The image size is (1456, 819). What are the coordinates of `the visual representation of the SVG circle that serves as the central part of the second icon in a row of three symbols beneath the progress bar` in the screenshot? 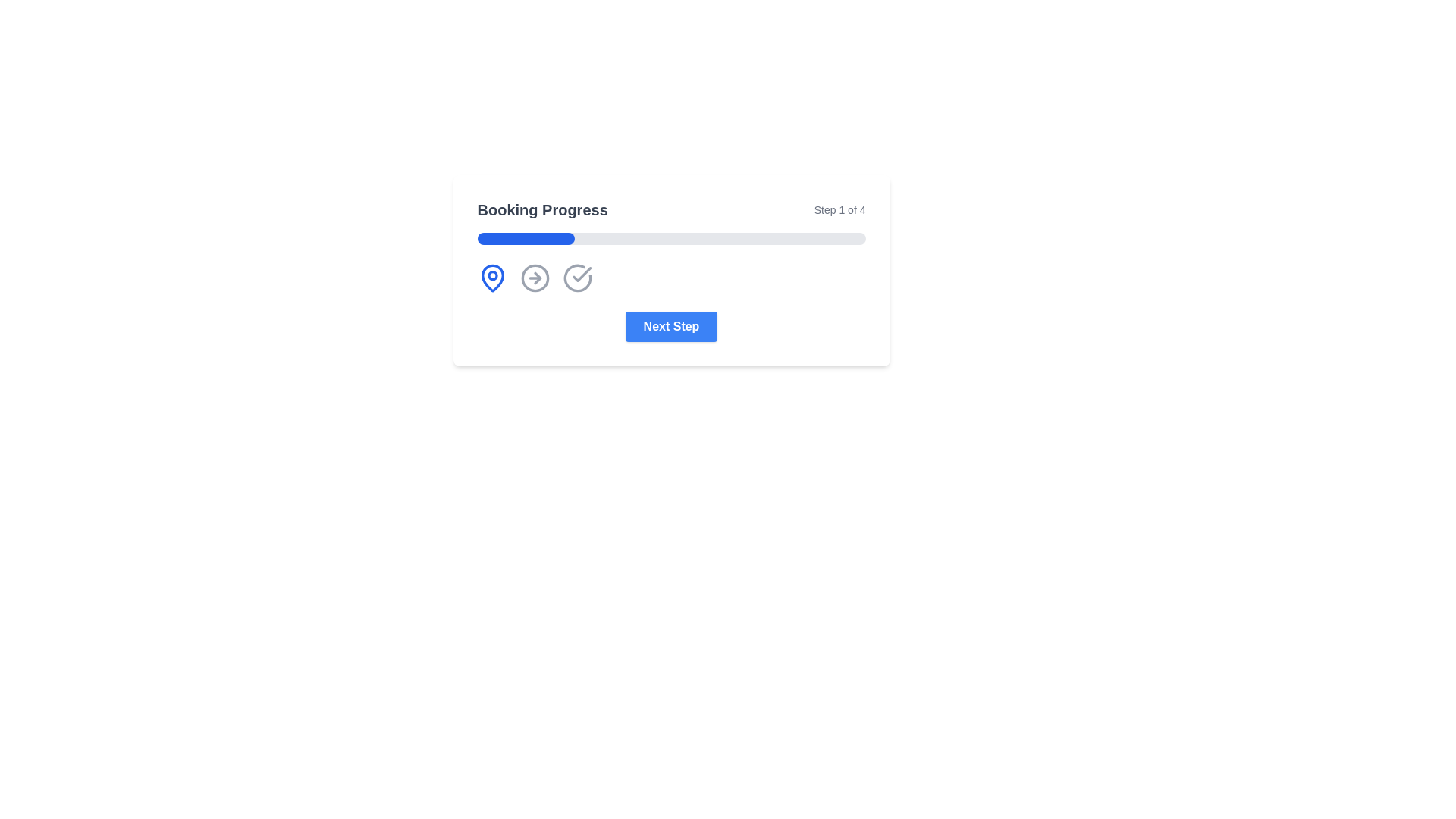 It's located at (535, 278).